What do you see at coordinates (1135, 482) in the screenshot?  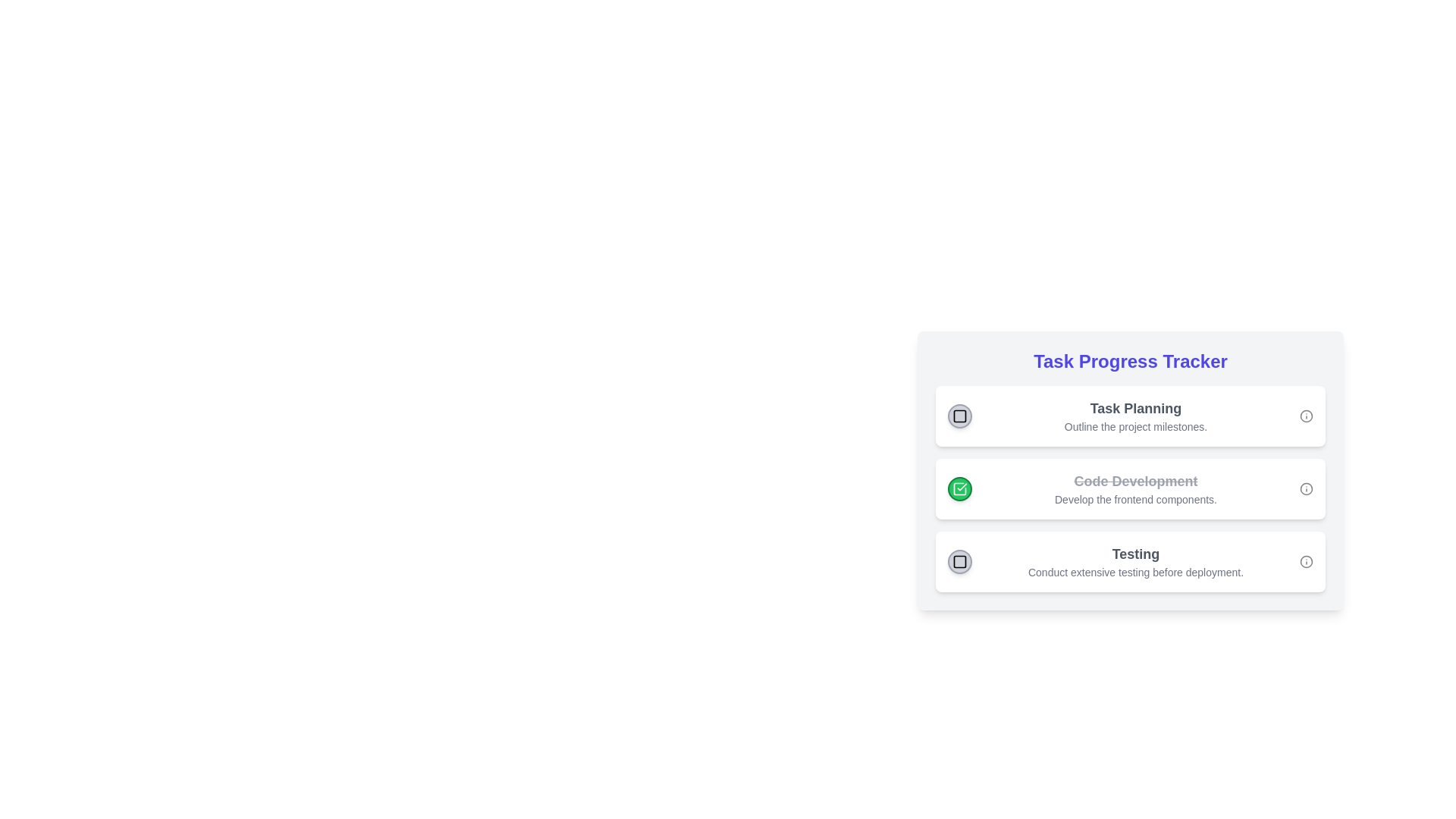 I see `the title text element labeled 'Code Development' which indicates that the task is completed or inactive` at bounding box center [1135, 482].